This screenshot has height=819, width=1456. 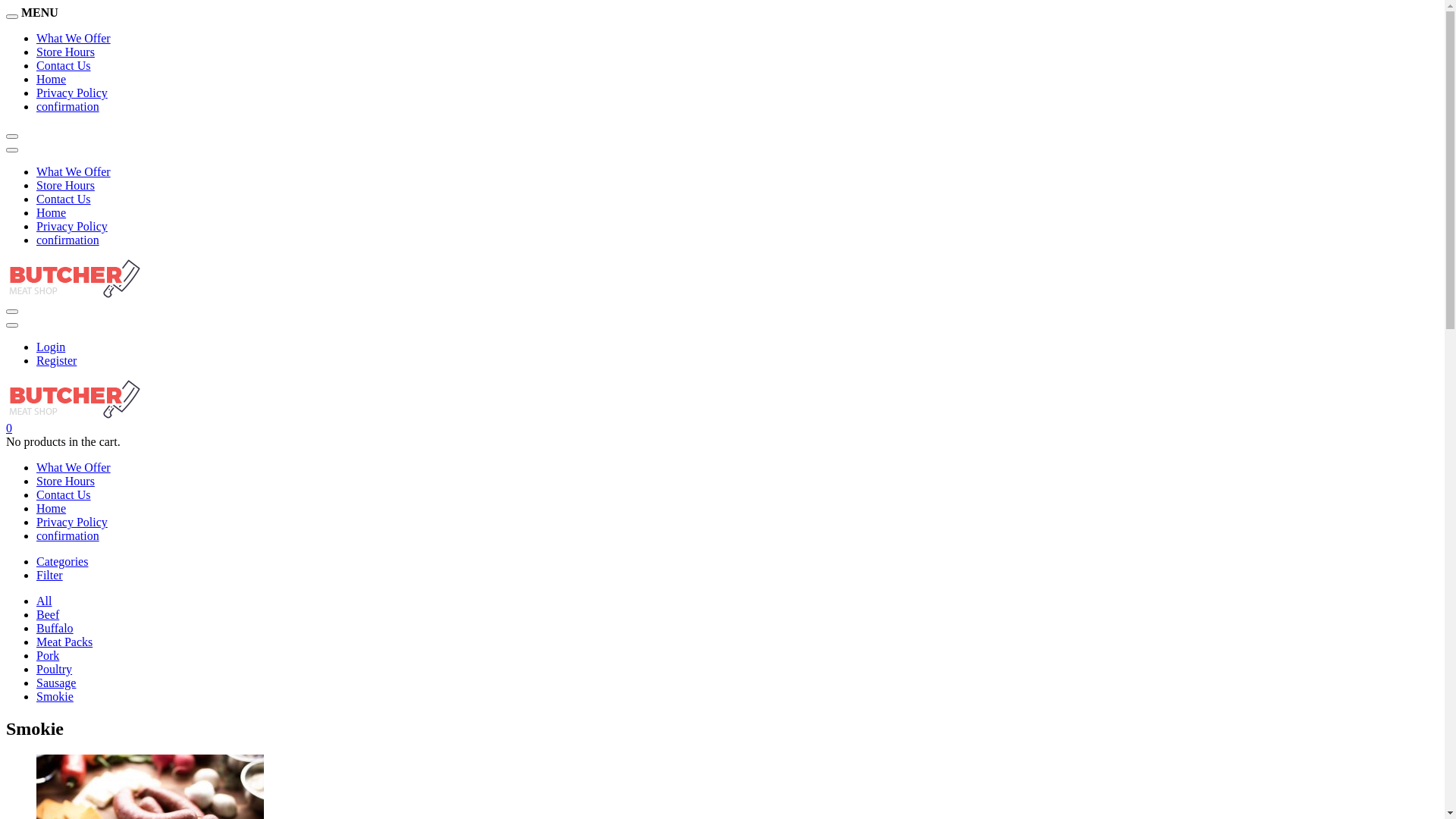 What do you see at coordinates (36, 171) in the screenshot?
I see `'What We Offer'` at bounding box center [36, 171].